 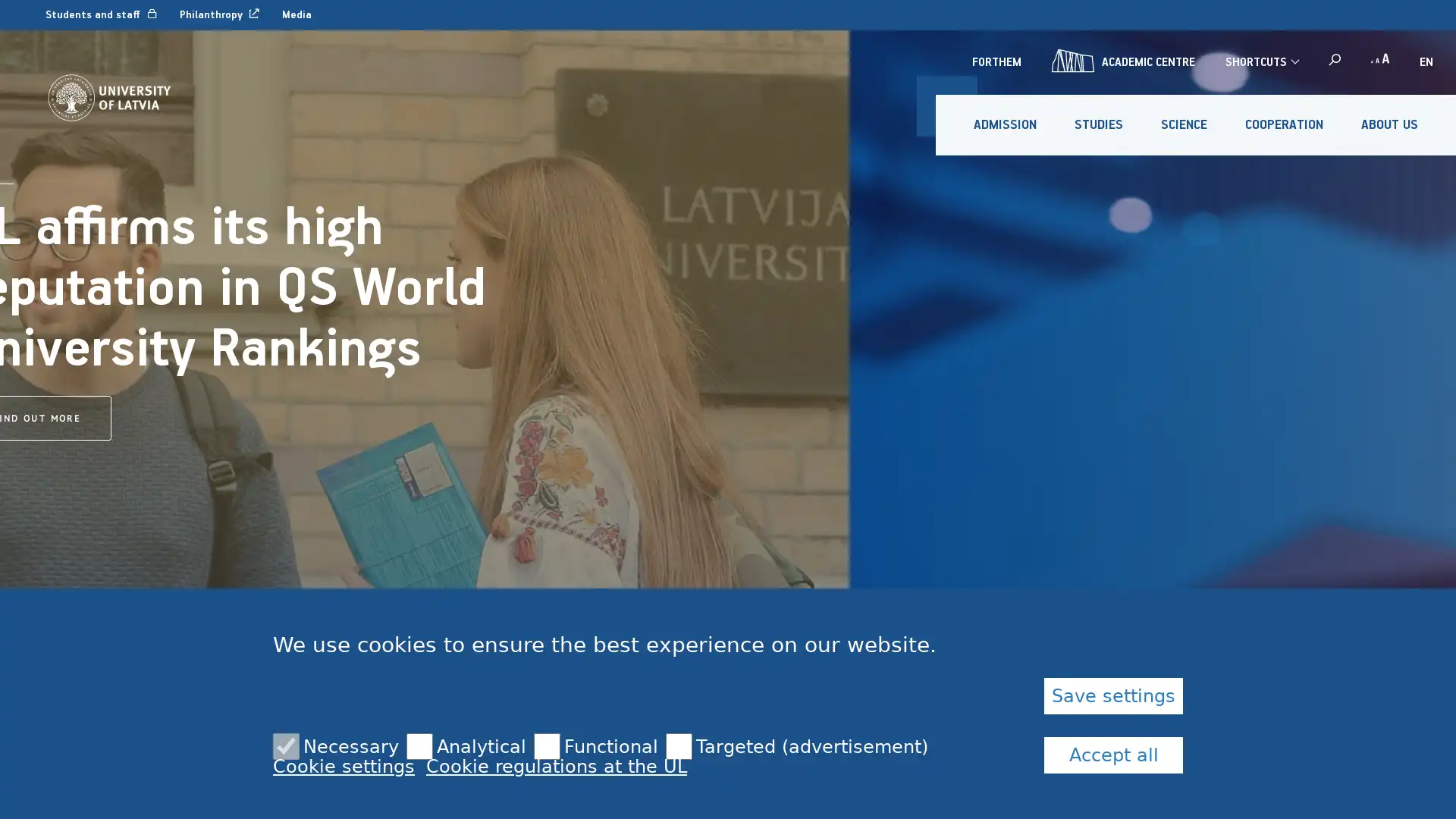 I want to click on COOPERATION, so click(x=1283, y=124).